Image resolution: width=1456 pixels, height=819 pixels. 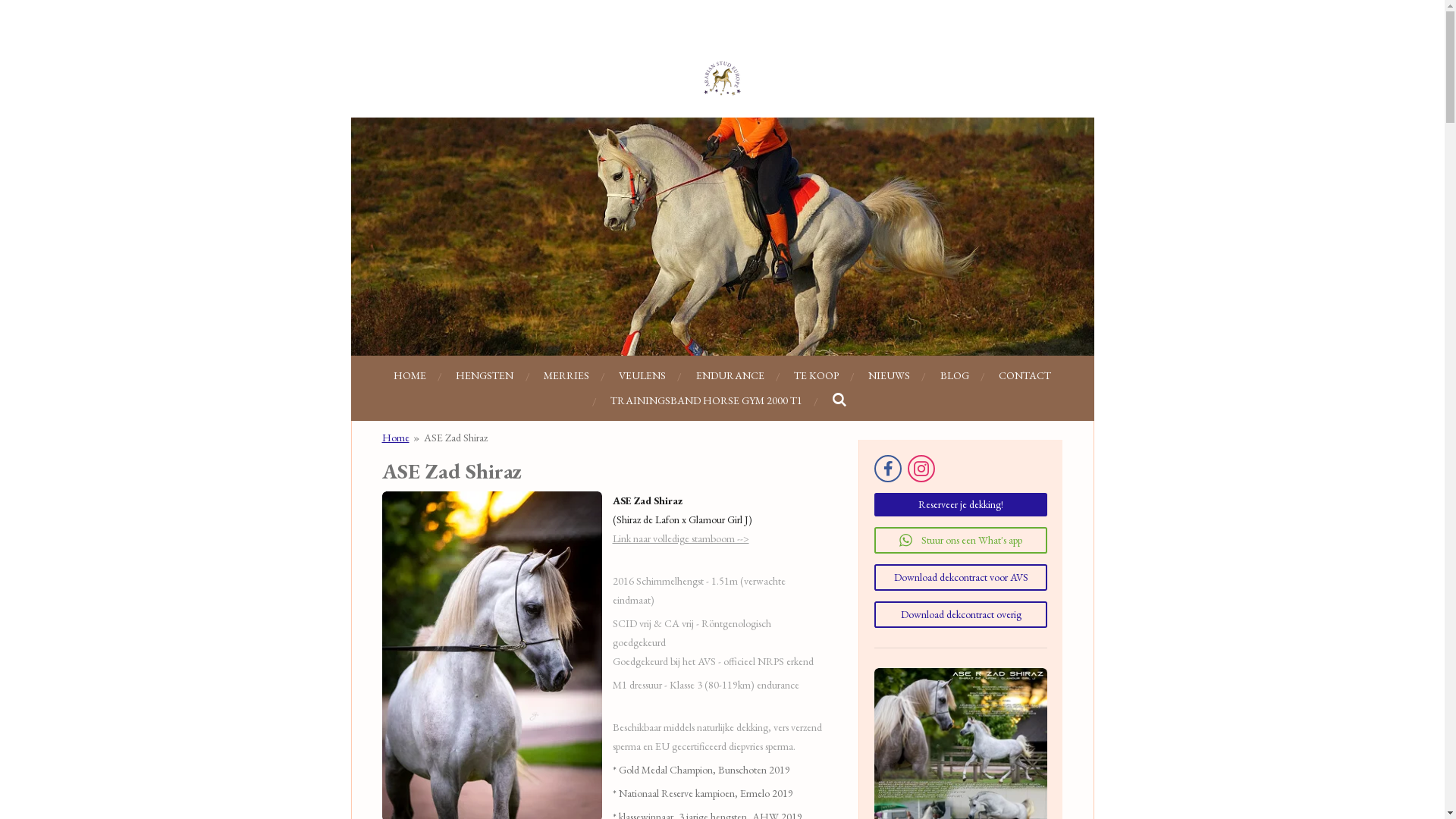 What do you see at coordinates (953, 375) in the screenshot?
I see `'BLOG'` at bounding box center [953, 375].